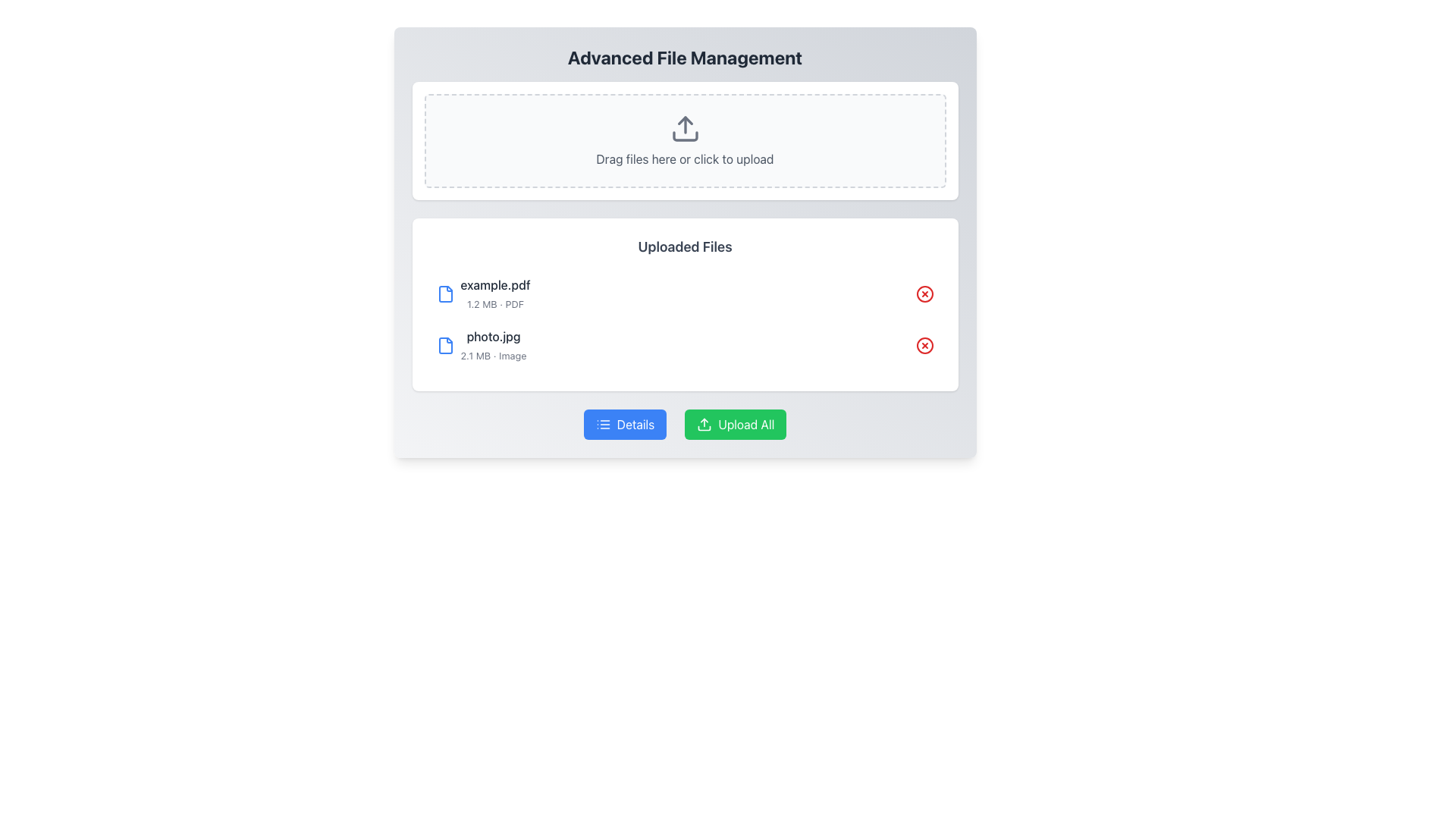  I want to click on text label displaying 'Uploaded Files', which serves as a title header above the uploaded files list, so click(684, 246).